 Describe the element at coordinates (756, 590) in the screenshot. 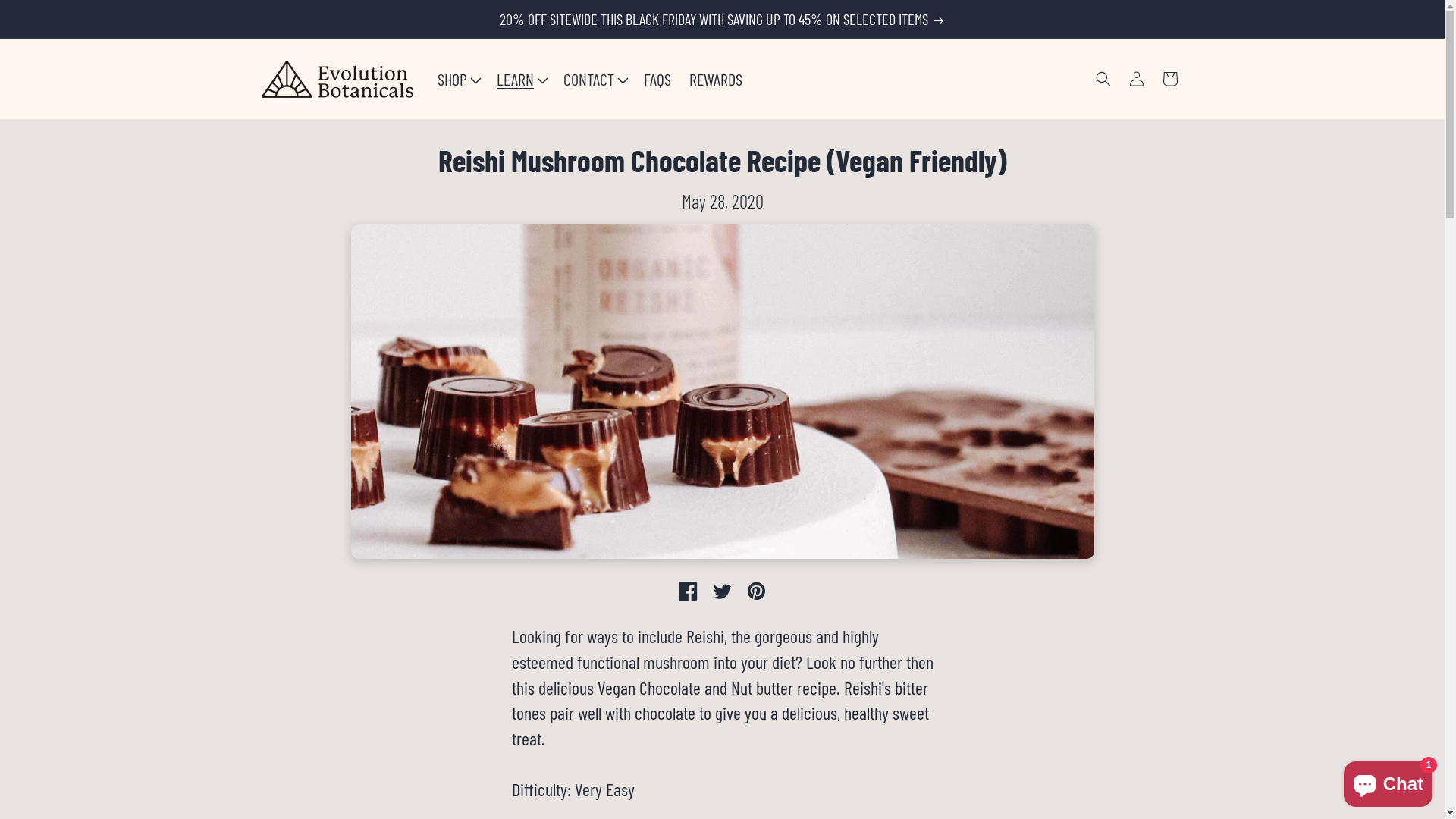

I see `'Pinterest'` at that location.